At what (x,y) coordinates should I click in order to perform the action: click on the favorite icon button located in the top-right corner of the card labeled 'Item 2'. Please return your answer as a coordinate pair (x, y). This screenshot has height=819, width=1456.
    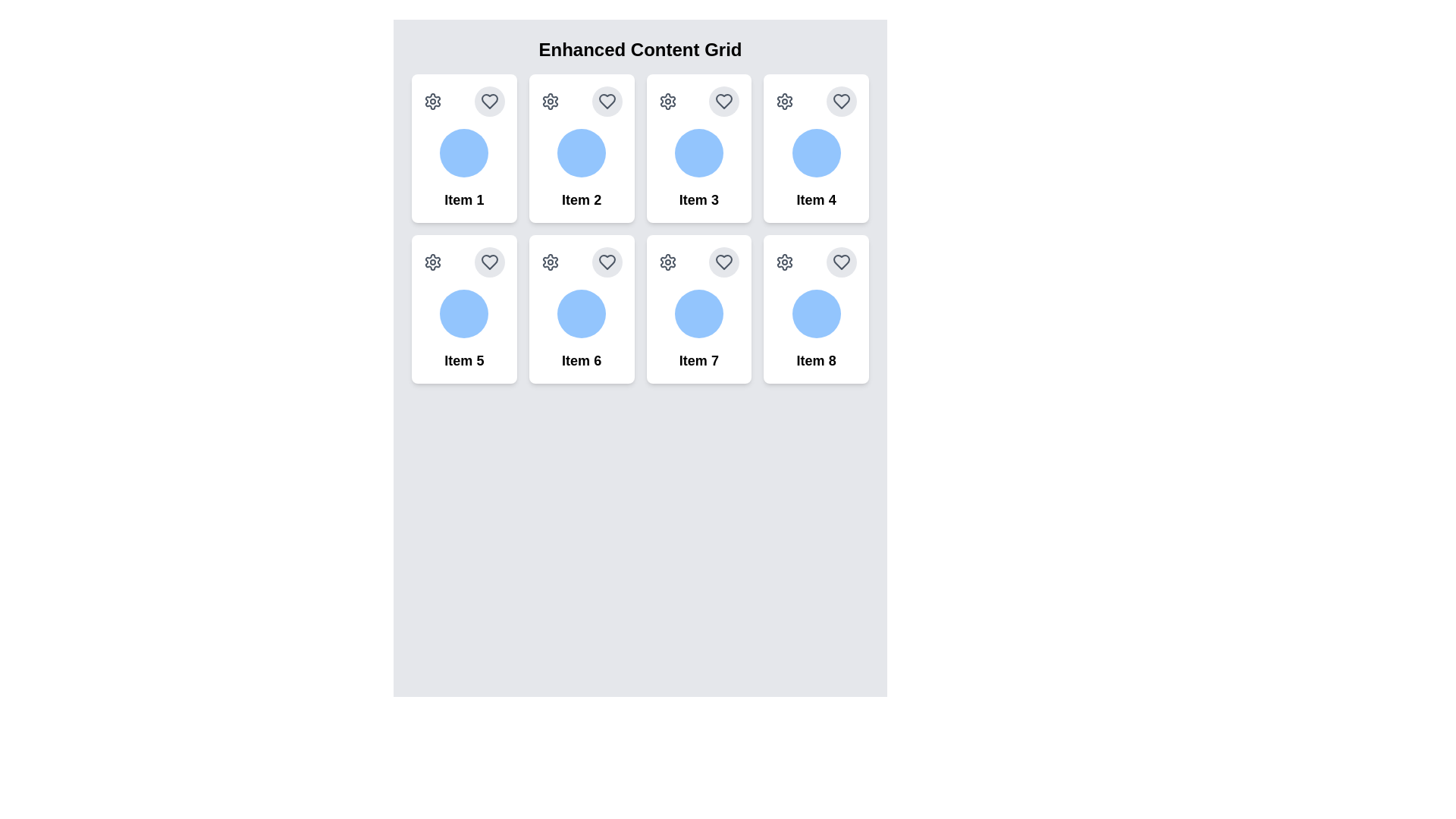
    Looking at the image, I should click on (607, 102).